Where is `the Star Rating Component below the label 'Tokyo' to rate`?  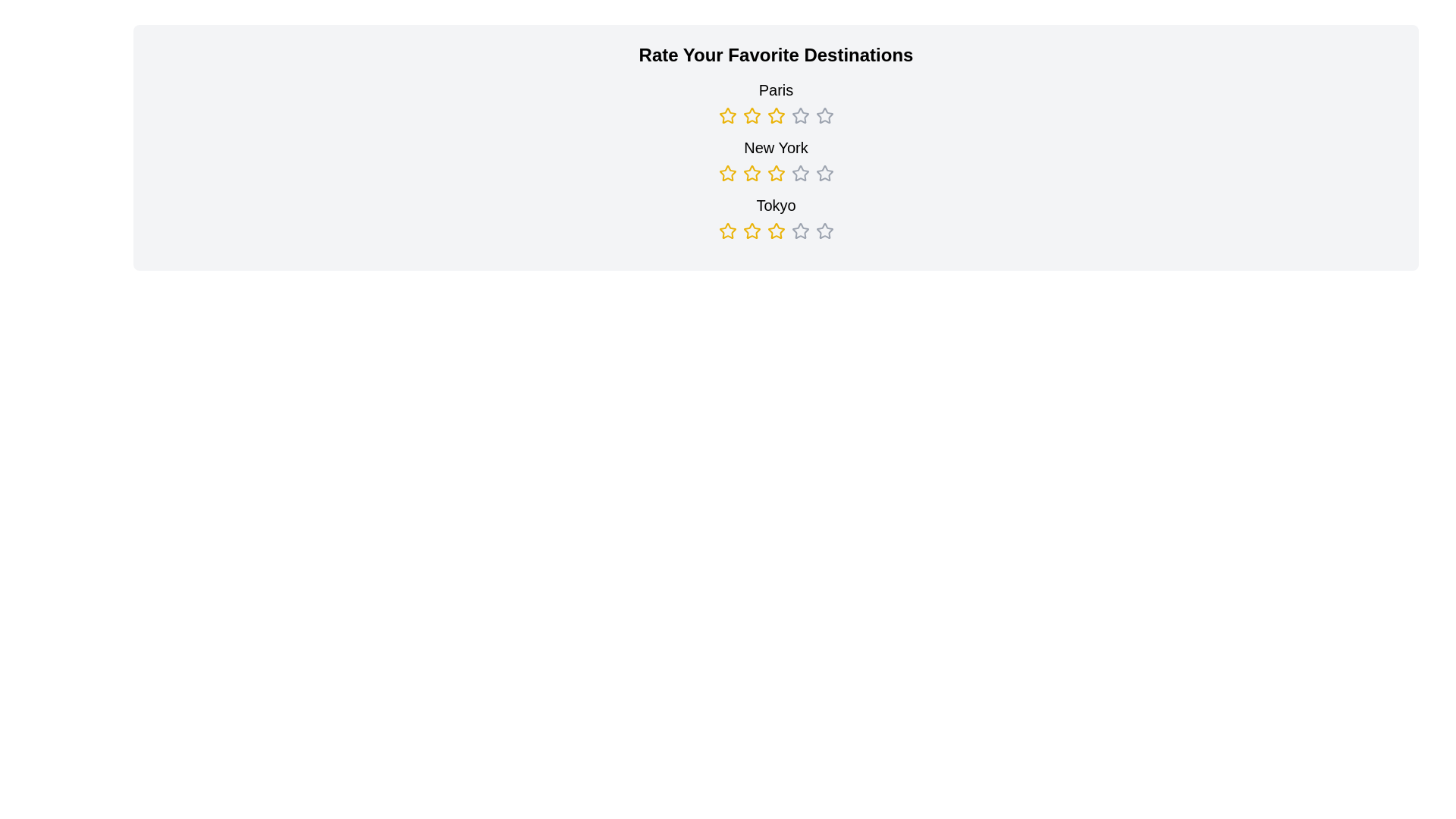
the Star Rating Component below the label 'Tokyo' to rate is located at coordinates (776, 231).